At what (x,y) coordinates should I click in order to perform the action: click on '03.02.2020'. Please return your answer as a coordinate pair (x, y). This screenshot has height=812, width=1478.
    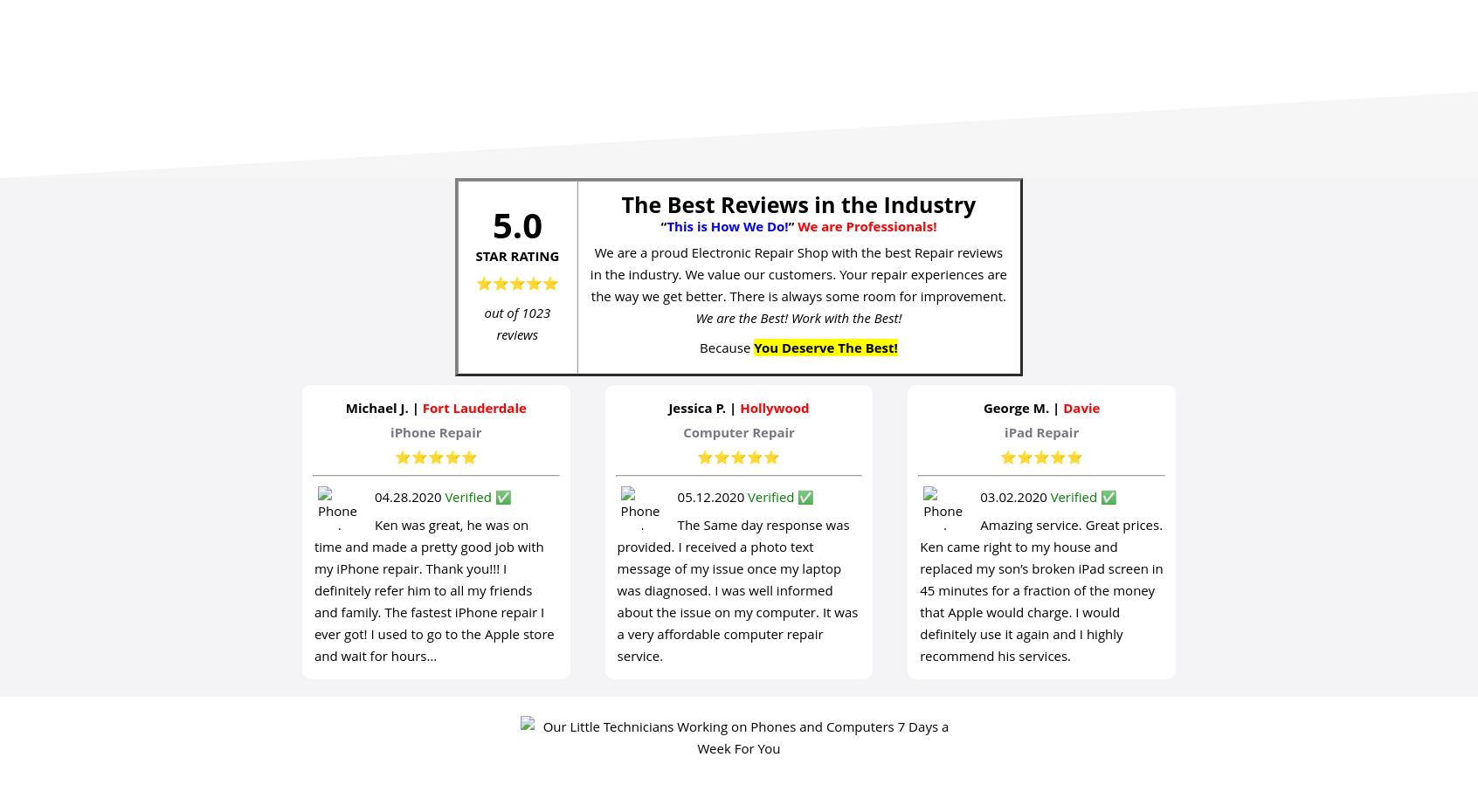
    Looking at the image, I should click on (1014, 496).